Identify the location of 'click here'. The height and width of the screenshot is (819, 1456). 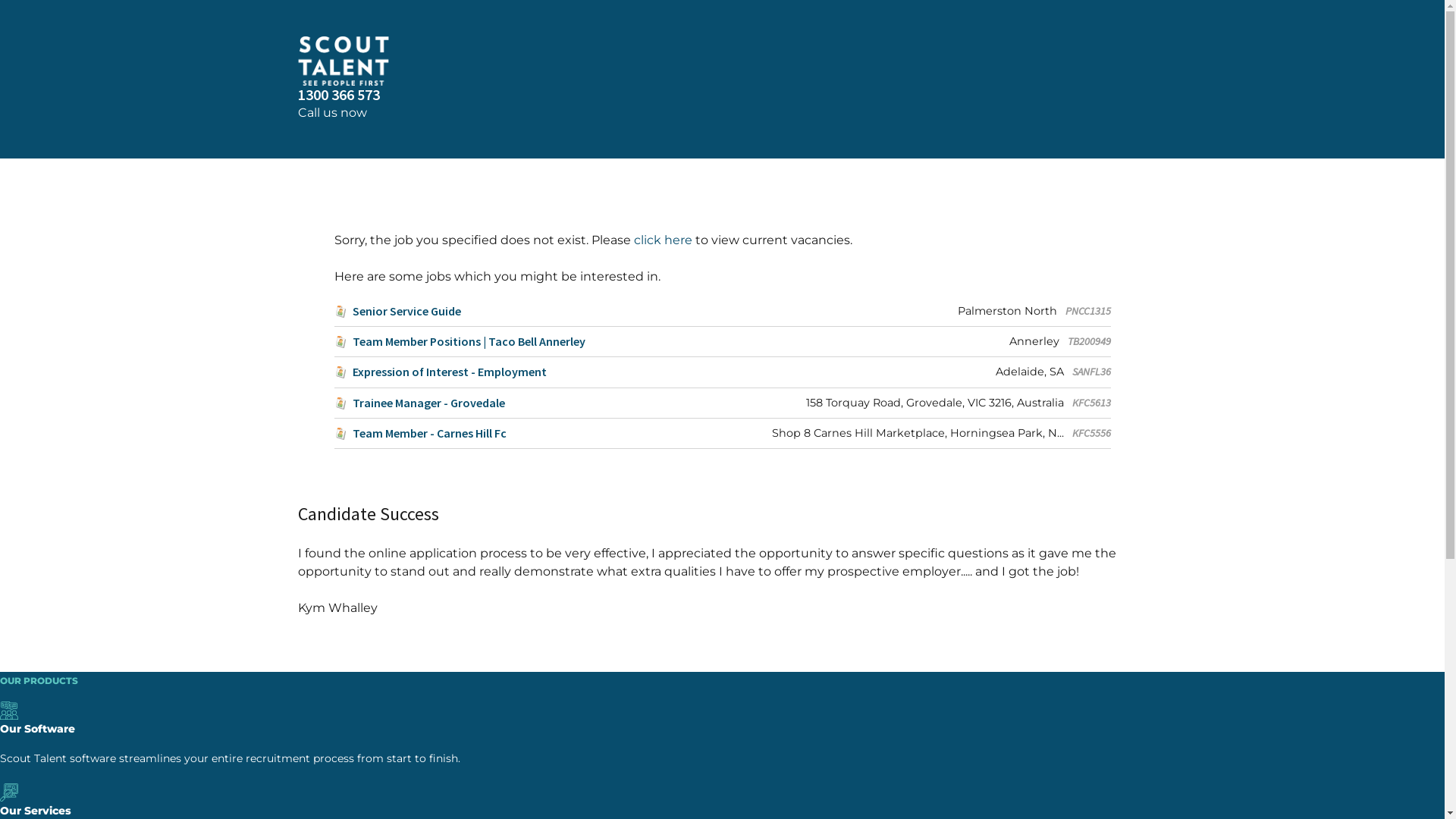
(663, 239).